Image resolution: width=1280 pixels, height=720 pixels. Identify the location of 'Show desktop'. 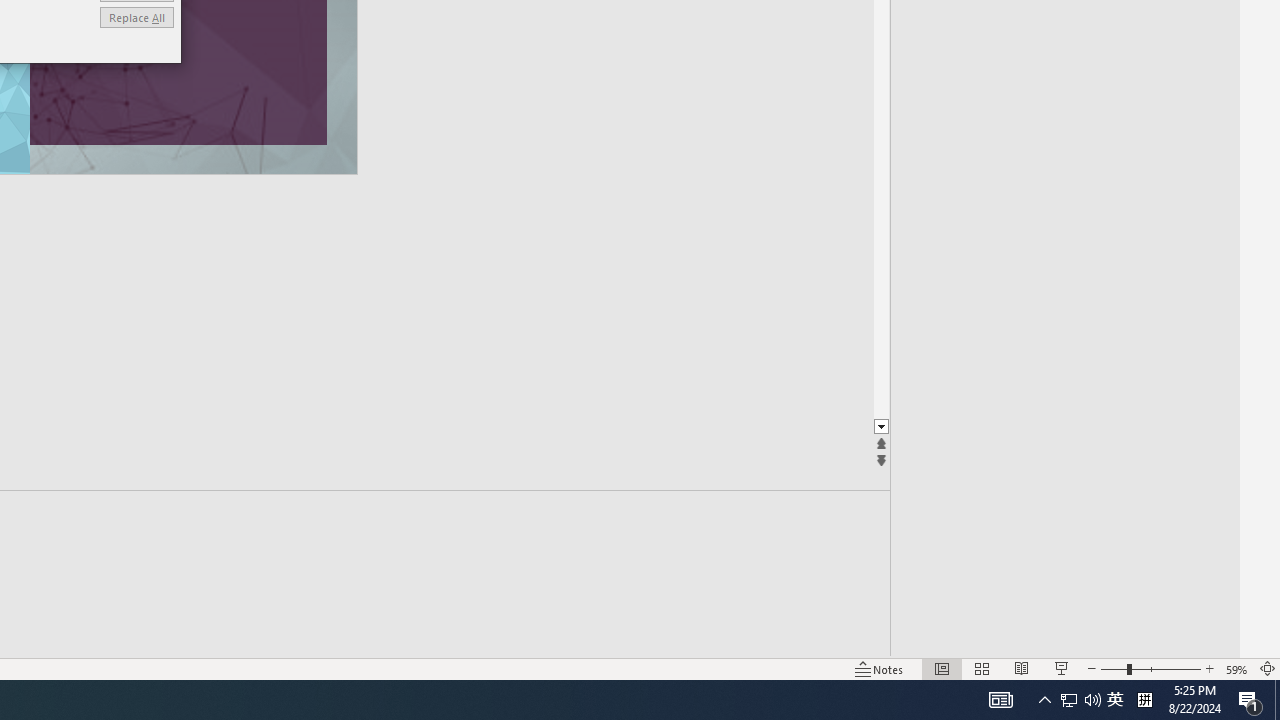
(1276, 698).